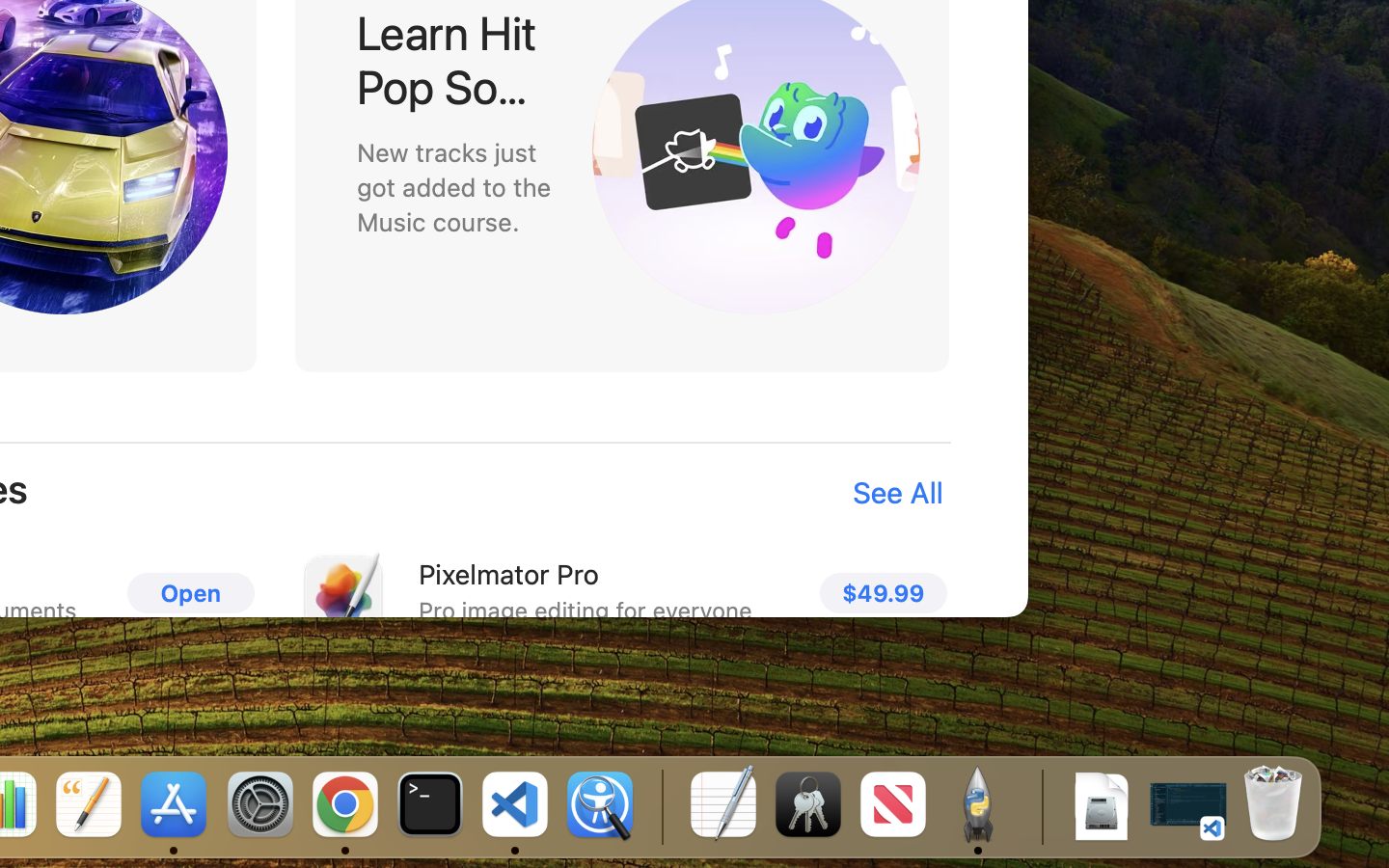  What do you see at coordinates (661, 805) in the screenshot?
I see `'0.4285714328289032'` at bounding box center [661, 805].